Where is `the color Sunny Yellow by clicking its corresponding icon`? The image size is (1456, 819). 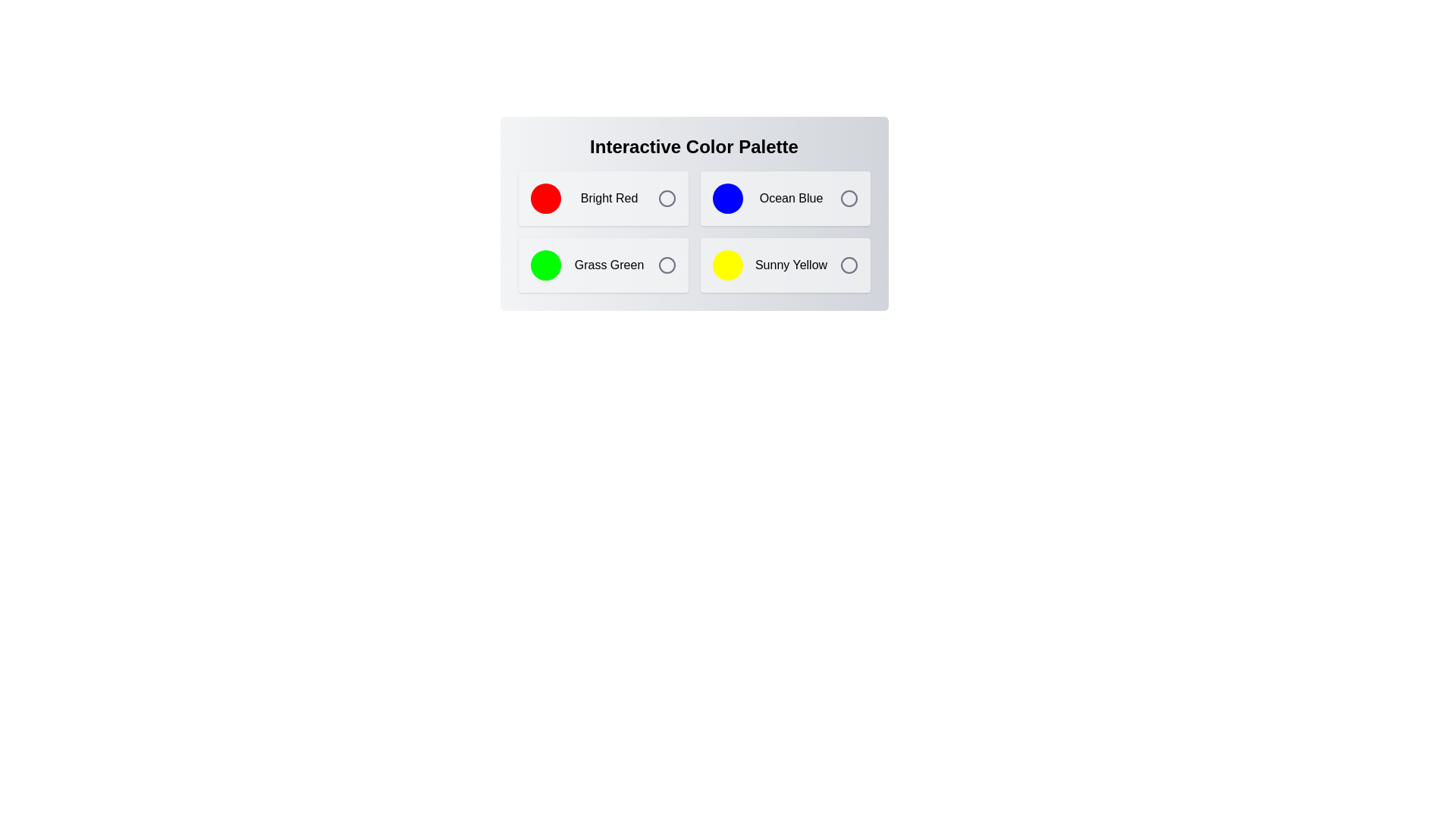 the color Sunny Yellow by clicking its corresponding icon is located at coordinates (848, 265).